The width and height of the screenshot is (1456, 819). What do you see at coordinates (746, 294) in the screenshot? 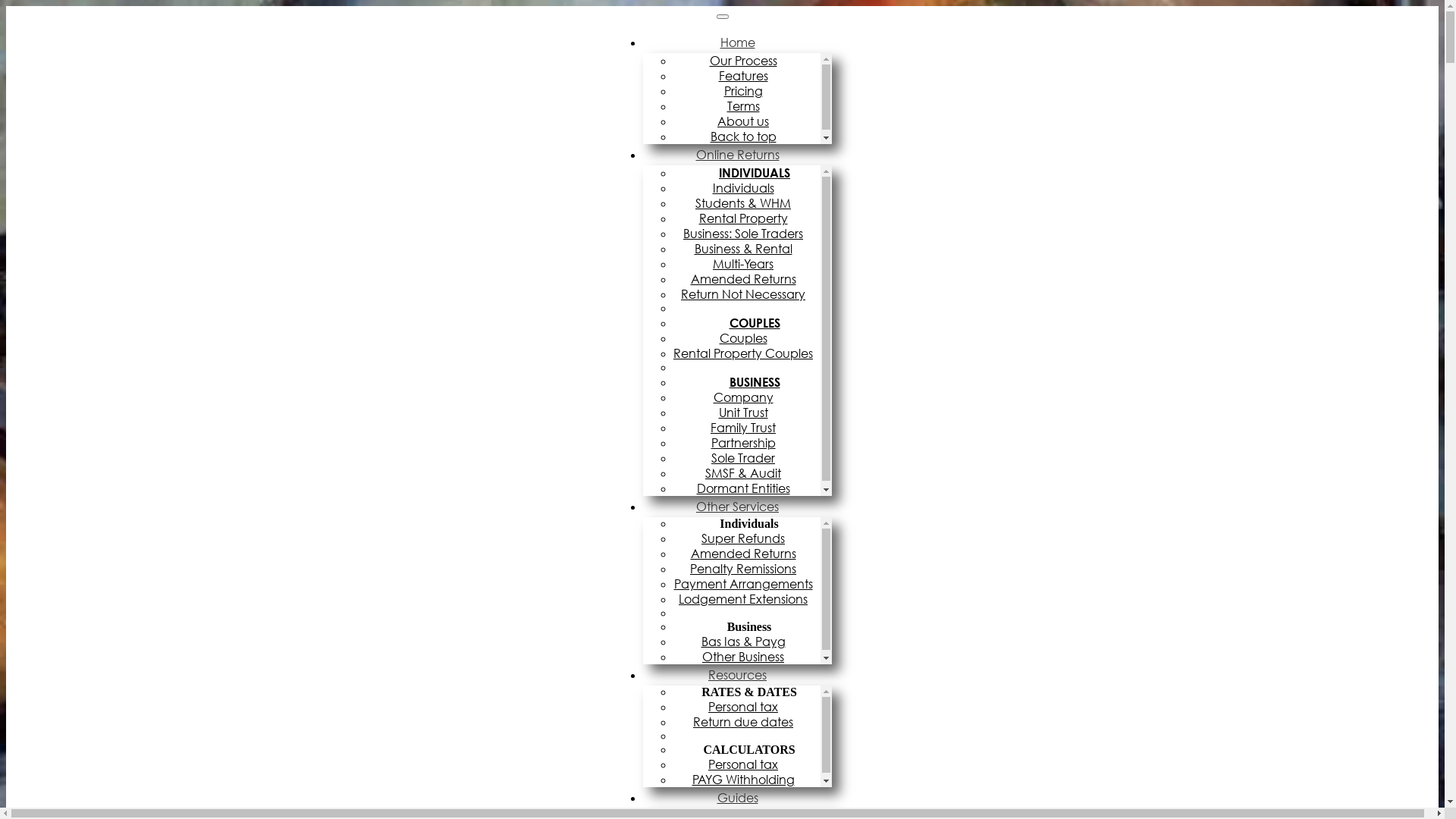
I see `'Return Not Necessary'` at bounding box center [746, 294].